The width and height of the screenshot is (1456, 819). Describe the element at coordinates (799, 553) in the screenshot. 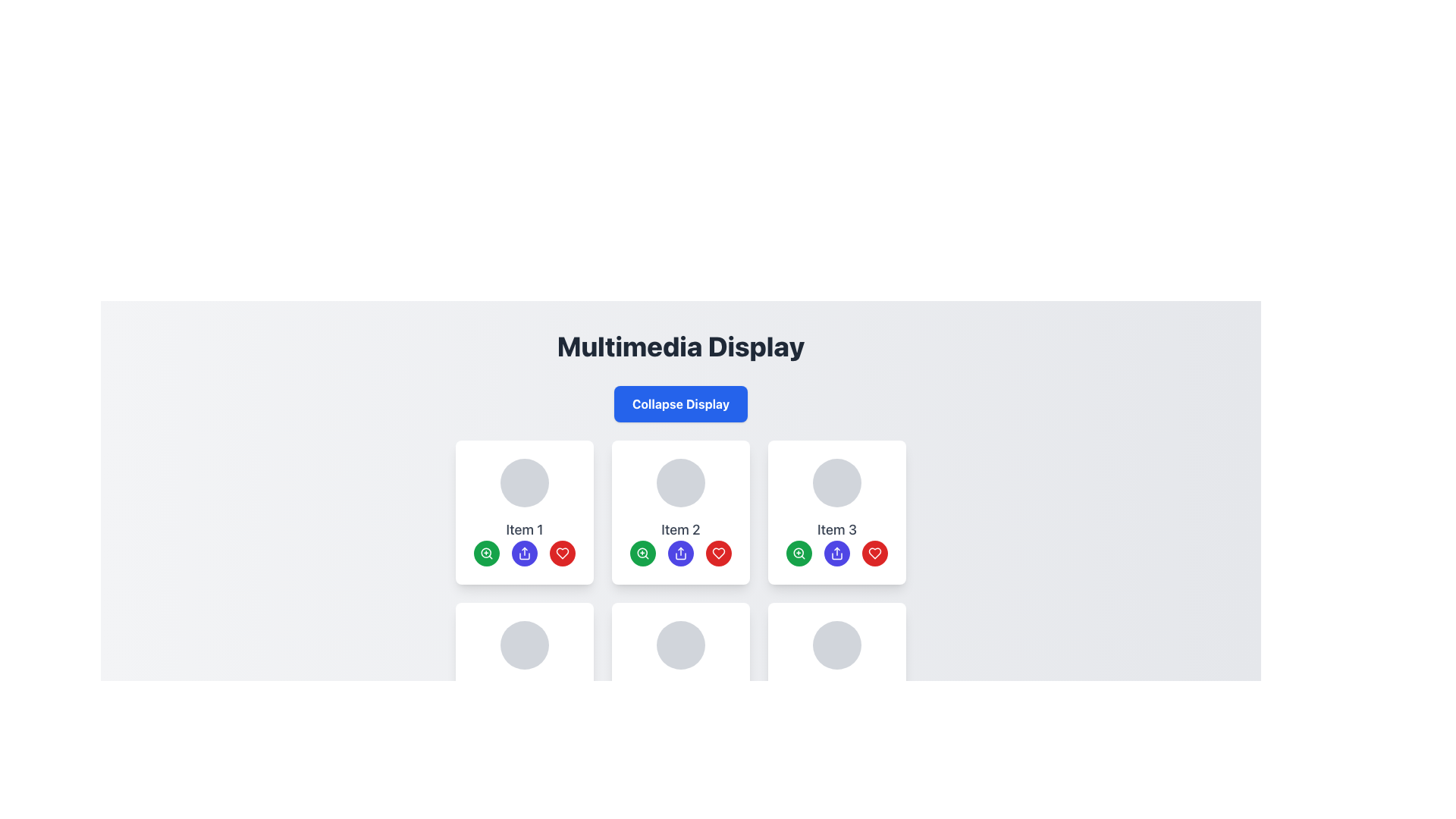

I see `the zoom-in button located below 'Item 3'` at that location.